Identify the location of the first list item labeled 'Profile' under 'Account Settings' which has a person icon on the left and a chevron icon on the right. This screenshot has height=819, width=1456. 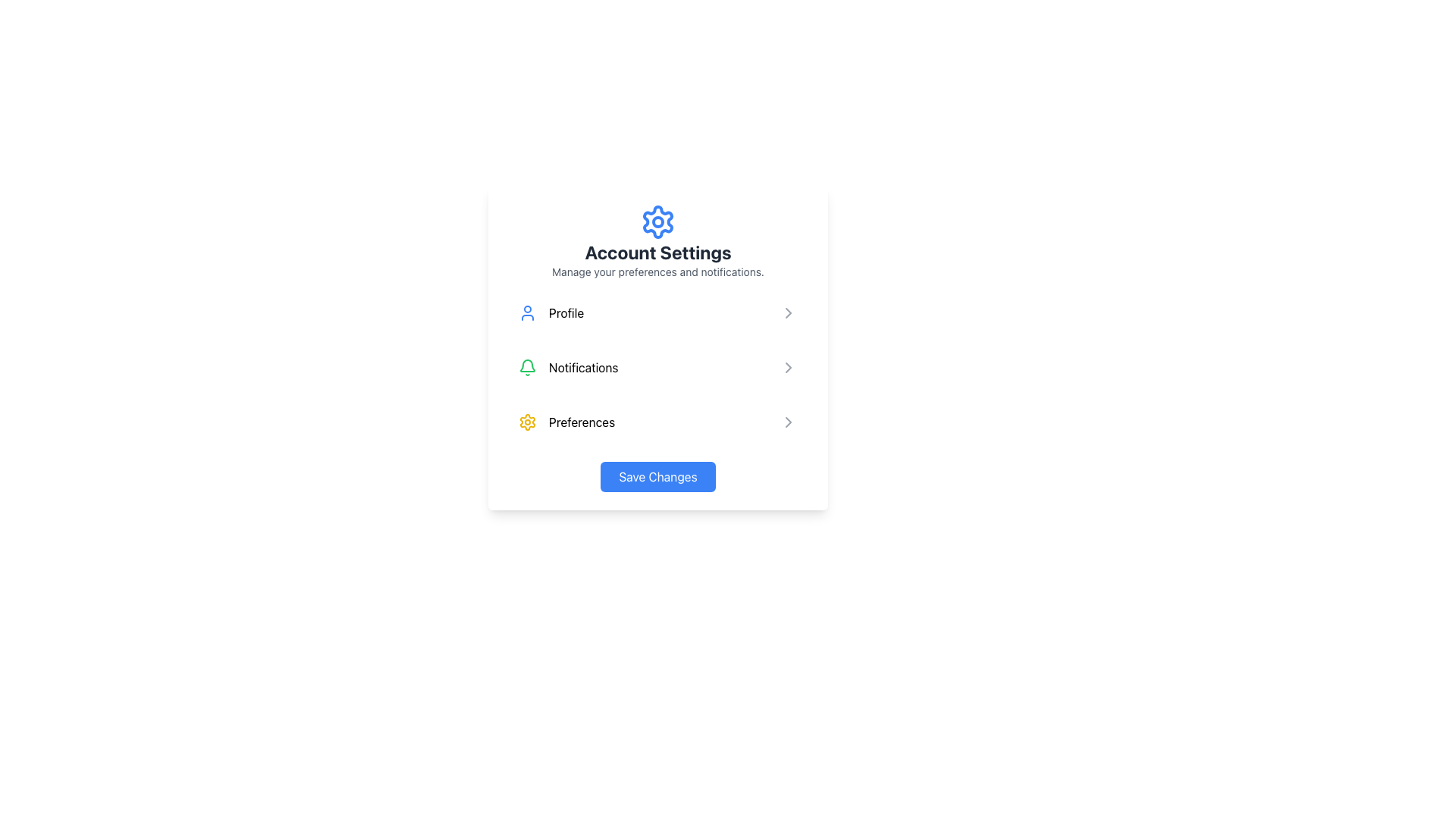
(658, 312).